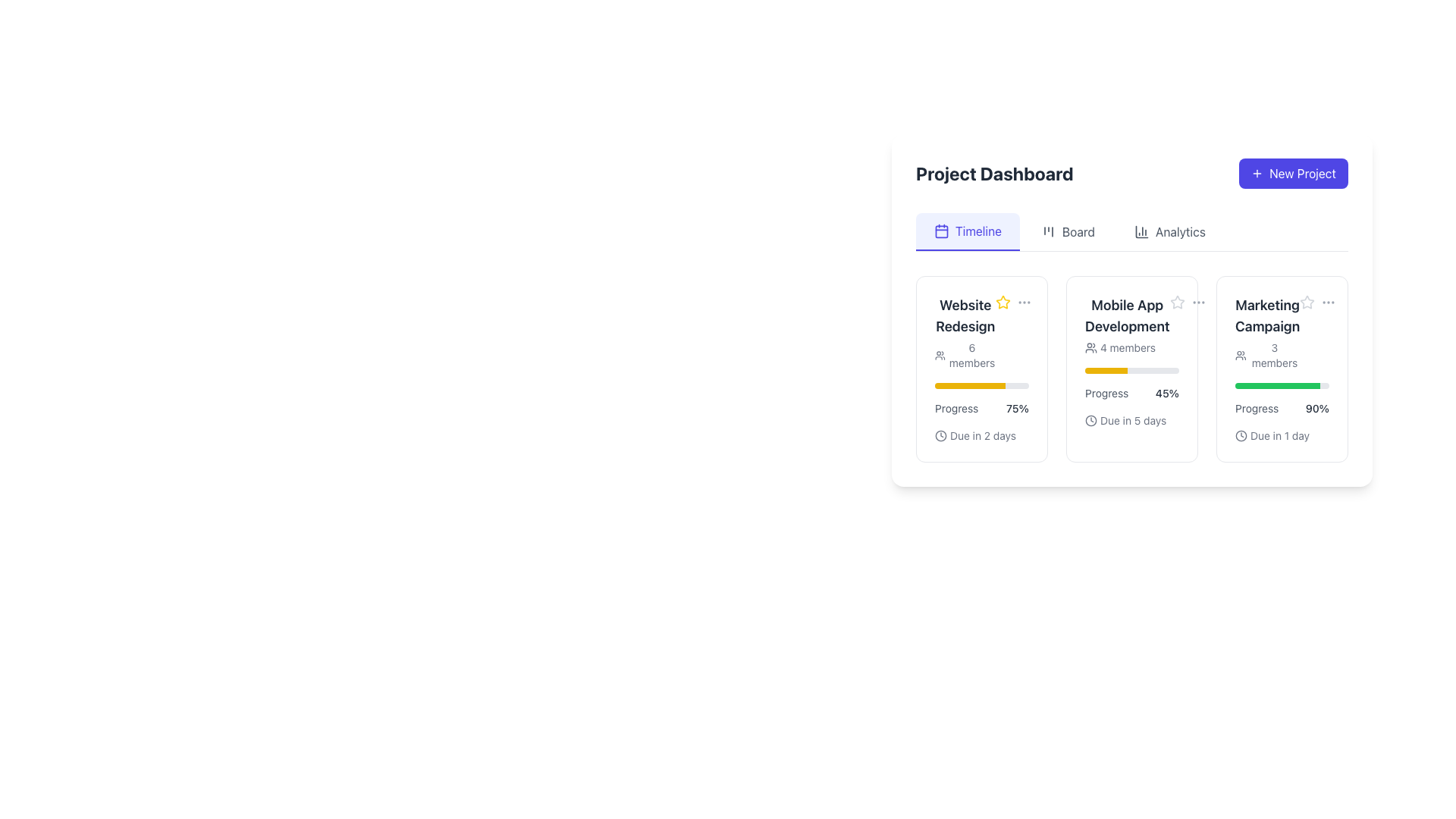  Describe the element at coordinates (1003, 302) in the screenshot. I see `the star-shaped icon with a yellow outline located at the top-right of the 'Website Redesign' card in the 'Project Dashboard' interface` at that location.